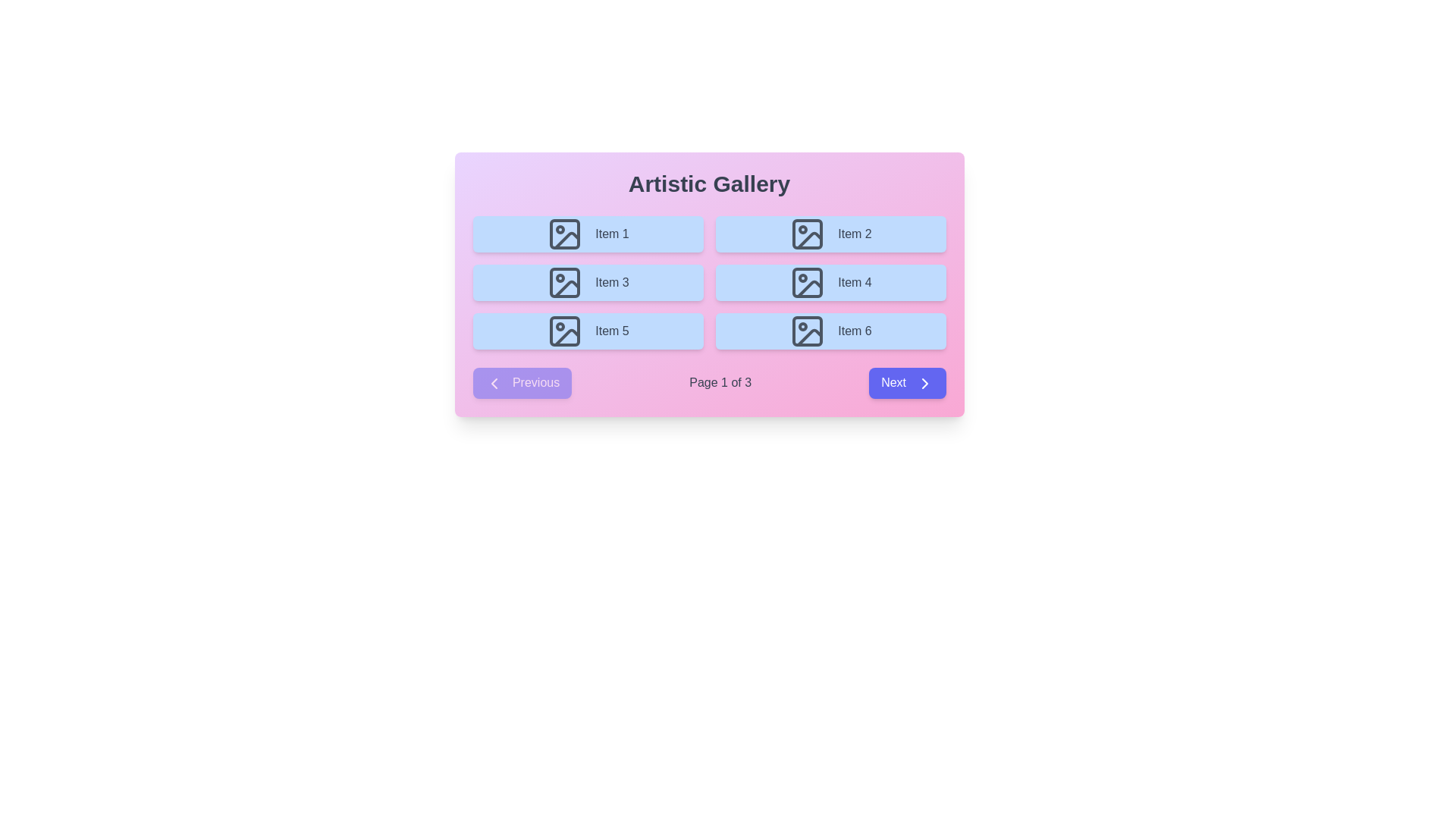  I want to click on the first selectable item in the grid list, which is a light blue button with the text 'Item 1' and a gray outlined image icon, so click(587, 234).